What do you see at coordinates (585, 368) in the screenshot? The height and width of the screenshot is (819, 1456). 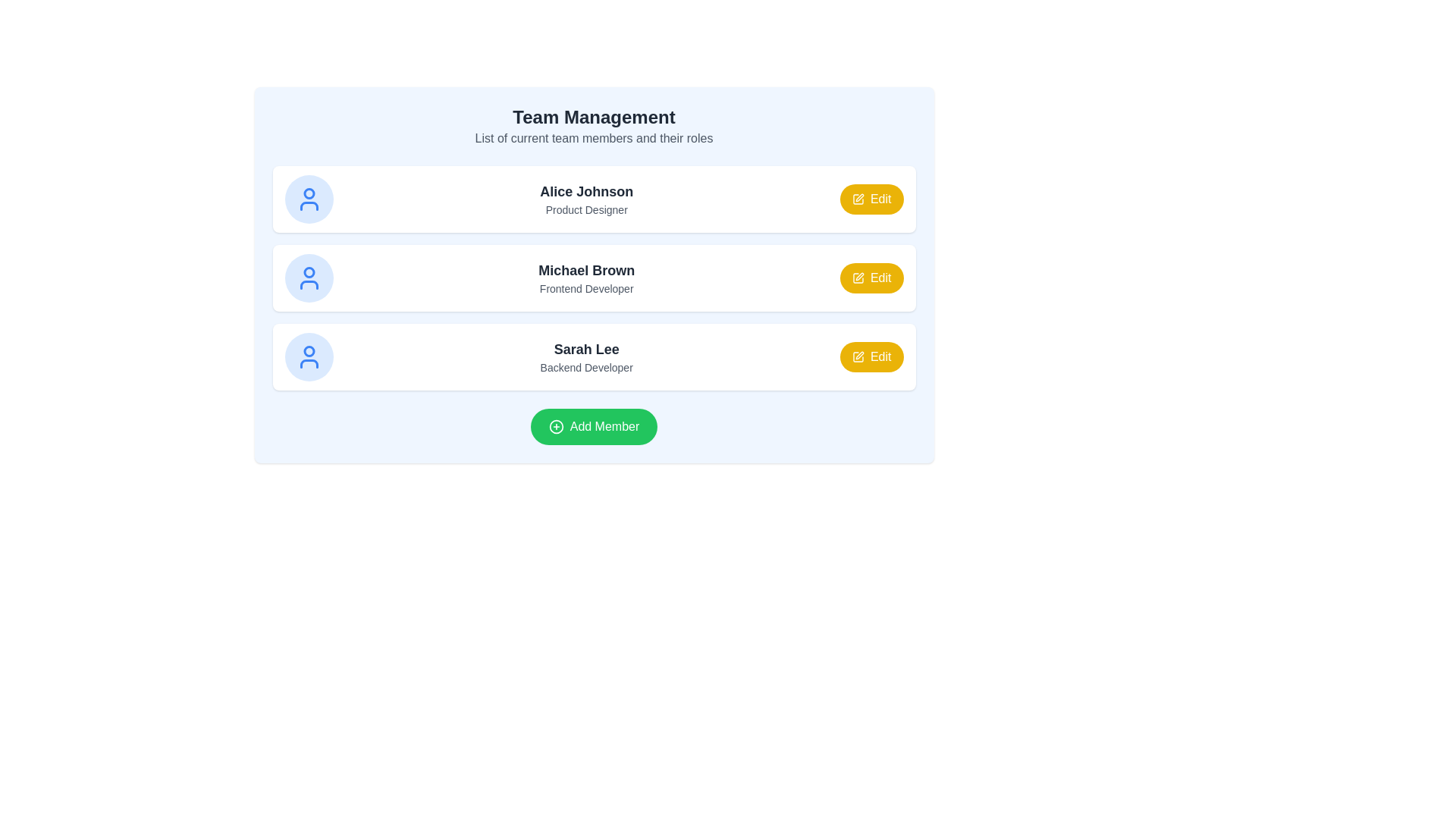 I see `the text label displaying the job role of team member 'Sarah Lee', which is positioned below her name in the third team member card` at bounding box center [585, 368].